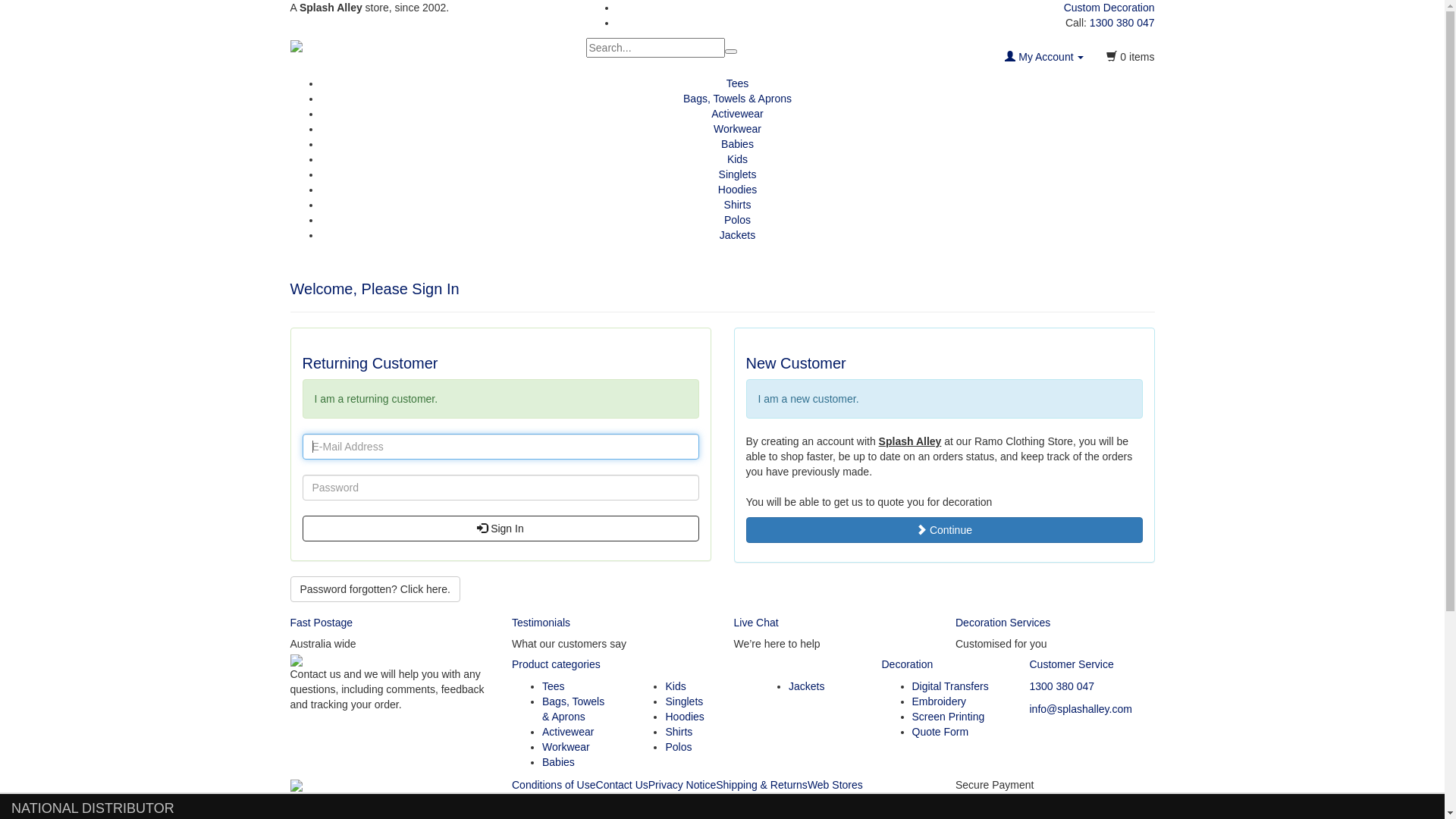  I want to click on 'Sign In', so click(500, 528).